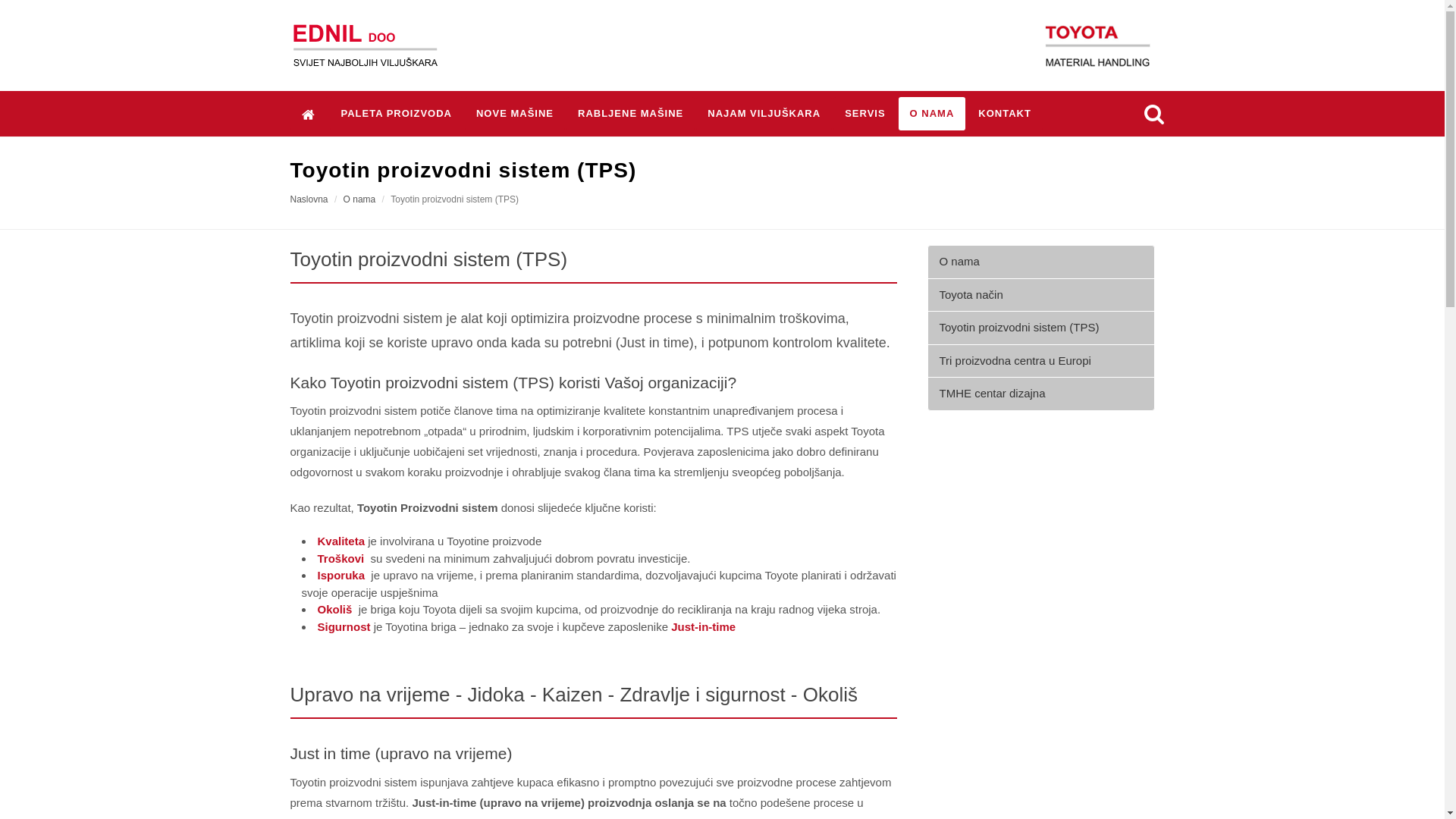 This screenshot has width=1456, height=819. What do you see at coordinates (931, 113) in the screenshot?
I see `'O NAMA'` at bounding box center [931, 113].